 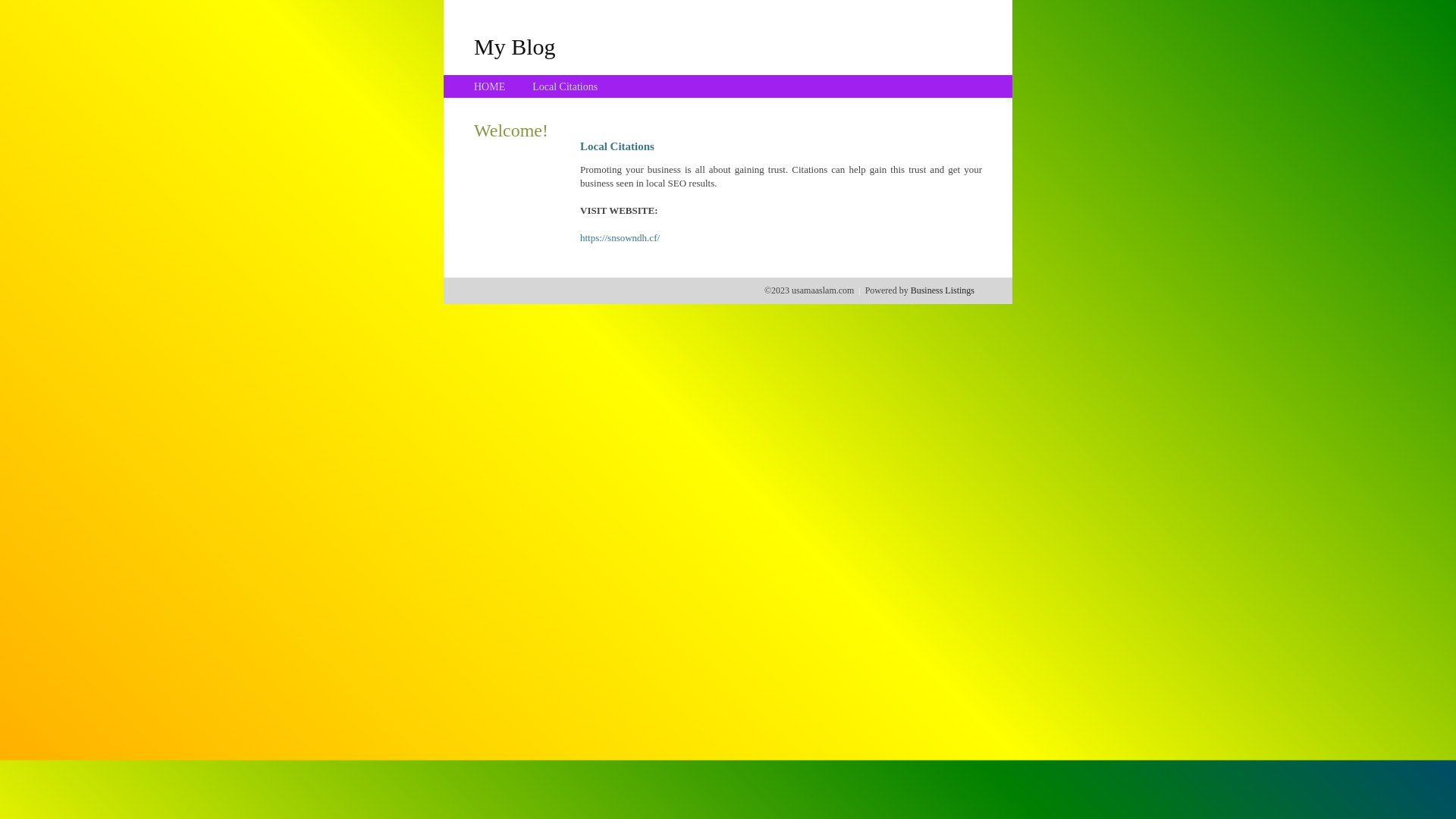 I want to click on 'Local Citations', so click(x=563, y=86).